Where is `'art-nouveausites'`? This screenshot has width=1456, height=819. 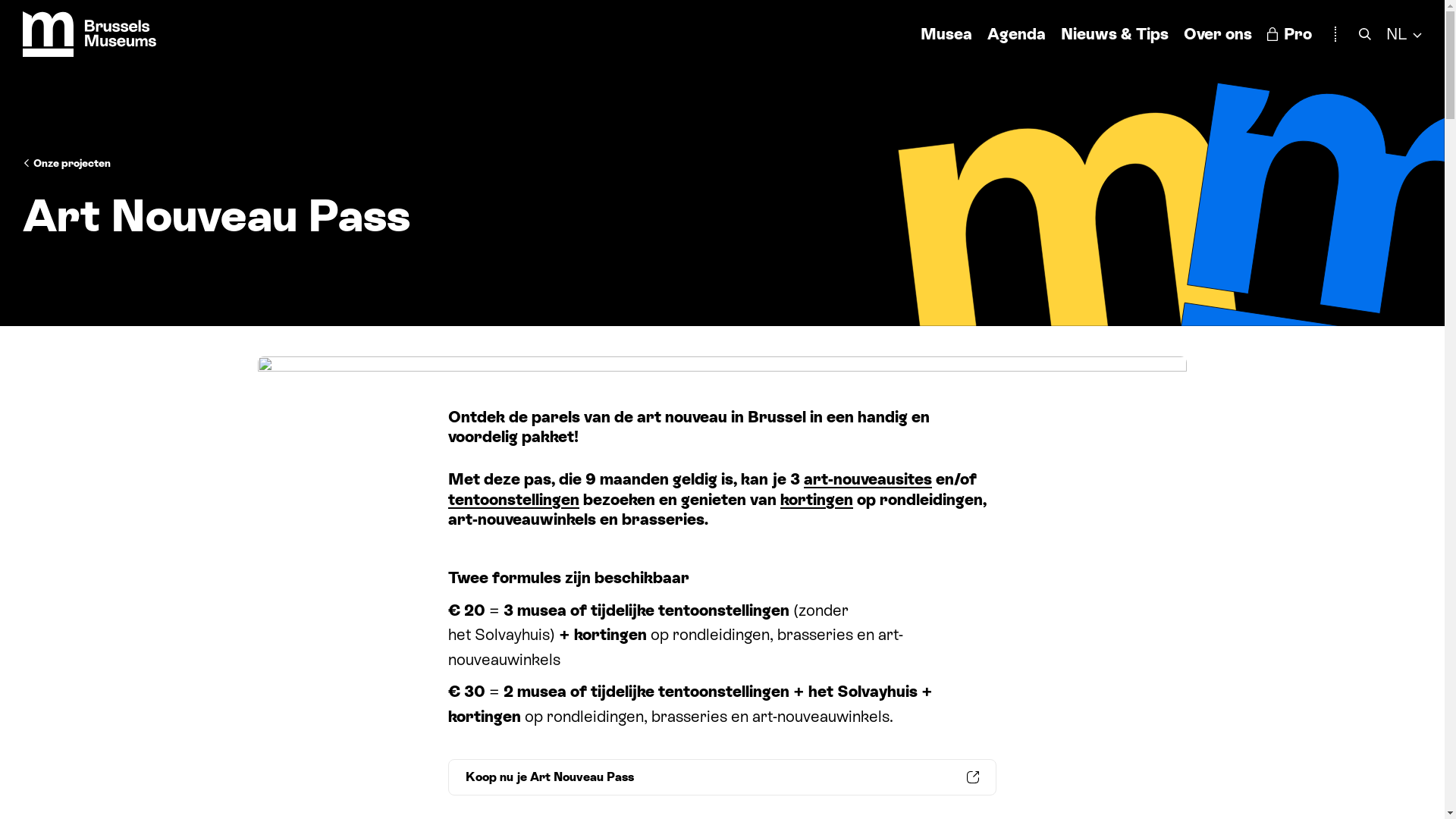
'art-nouveausites' is located at coordinates (868, 479).